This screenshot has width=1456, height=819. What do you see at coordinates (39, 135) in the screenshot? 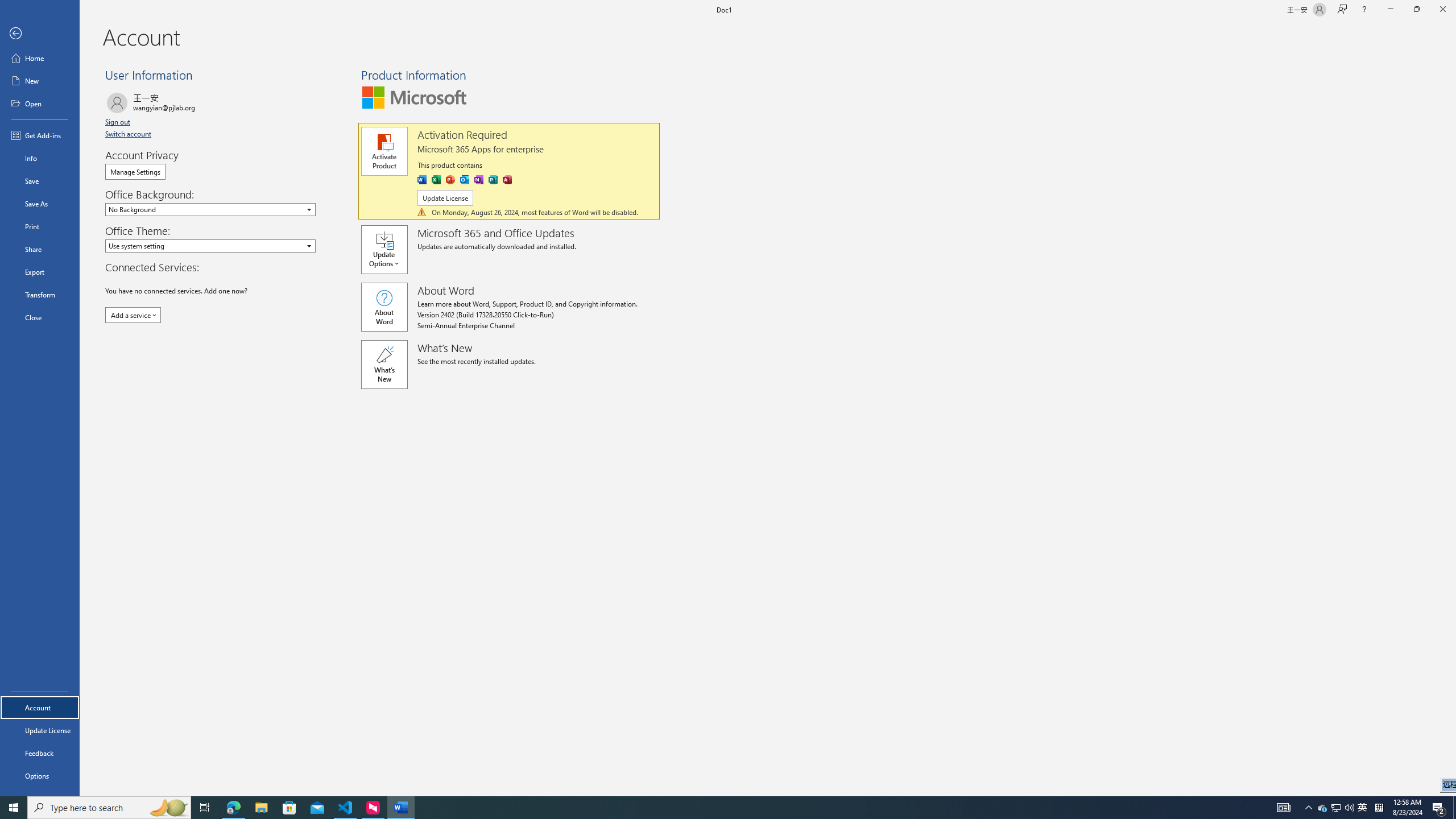
I see `'Get Add-ins'` at bounding box center [39, 135].